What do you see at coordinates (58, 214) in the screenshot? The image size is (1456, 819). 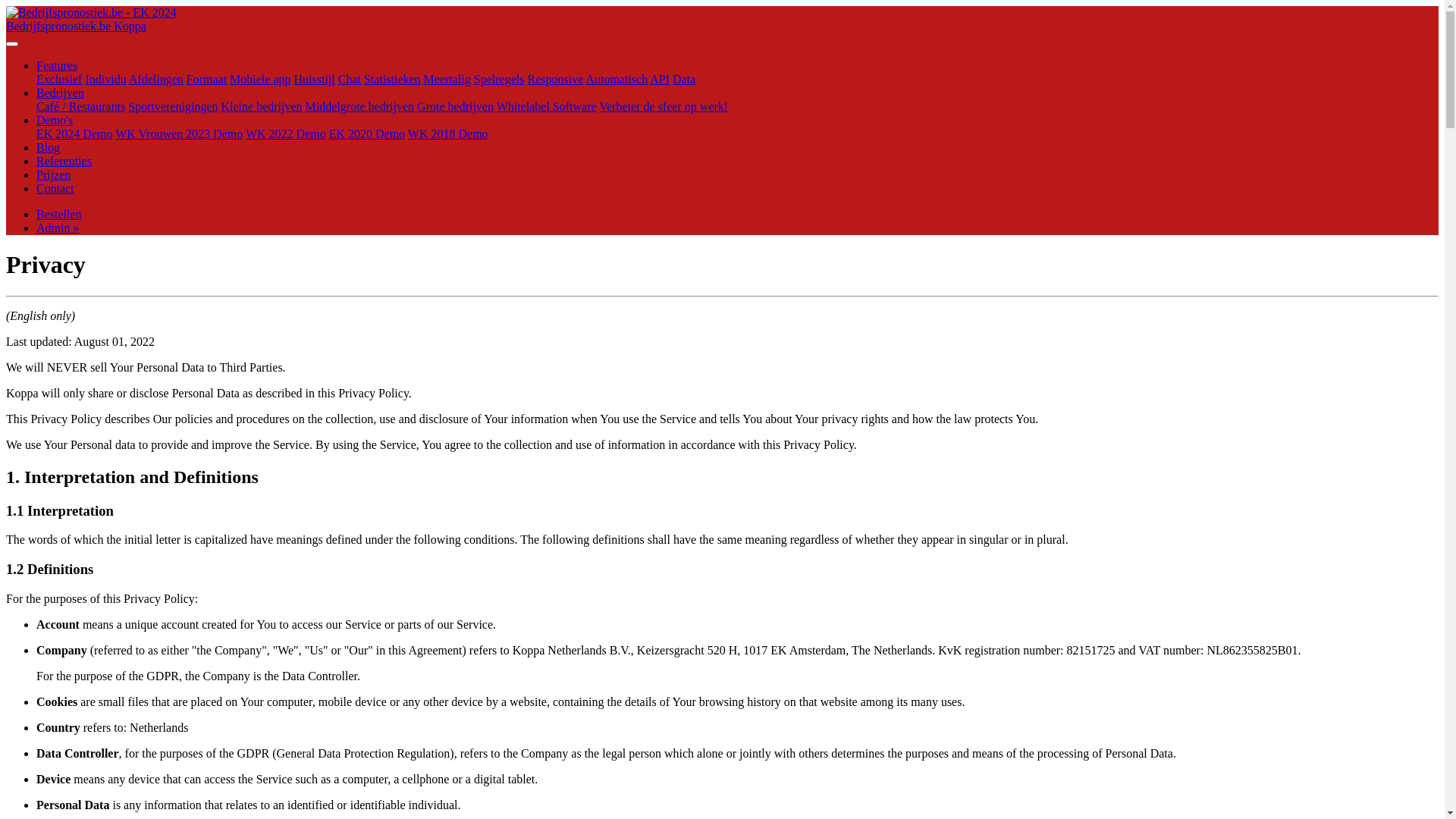 I see `'Bestellen'` at bounding box center [58, 214].